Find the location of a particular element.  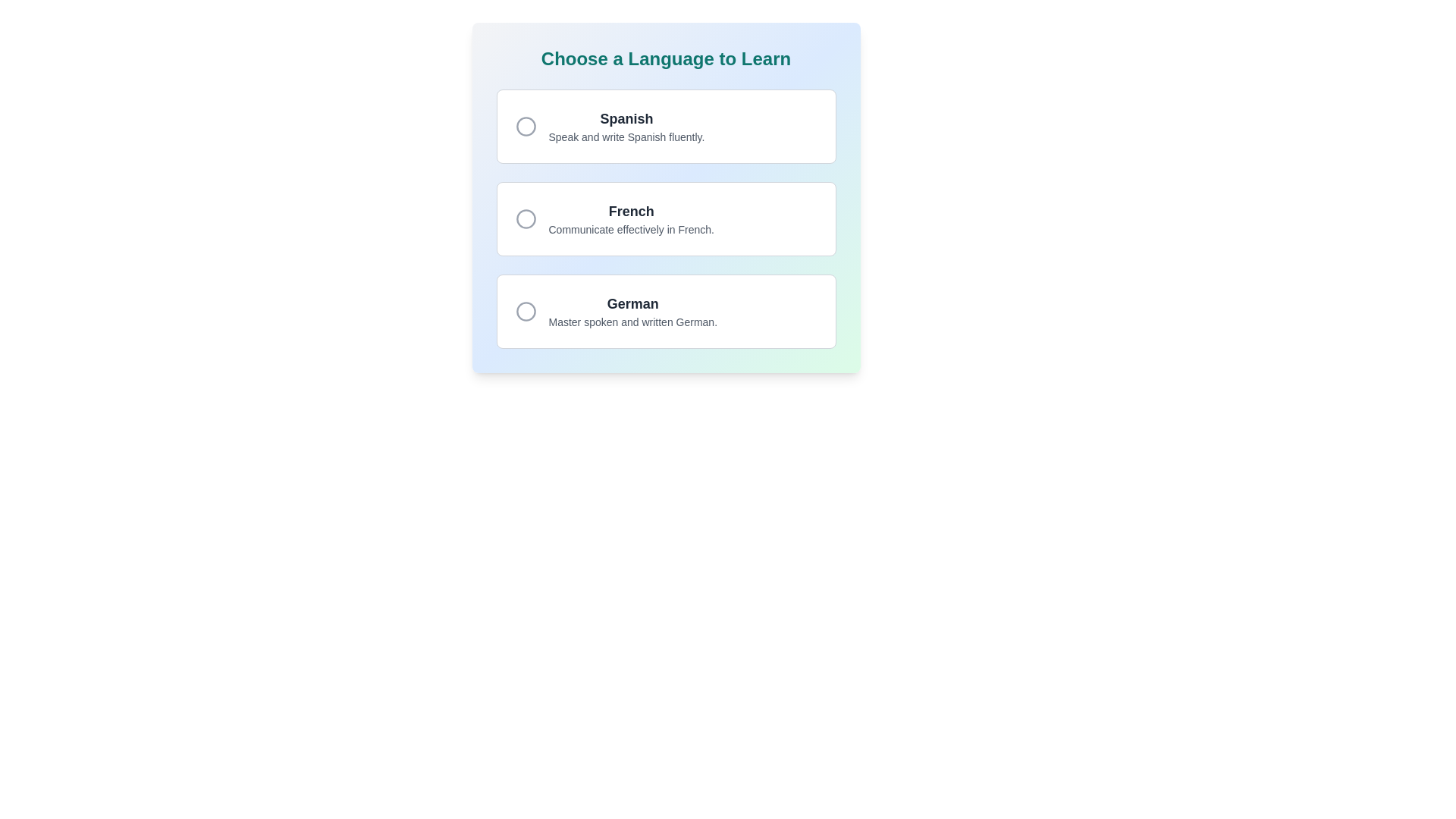

descriptive information text about the item 'French' located below the bold title within the selectable card is located at coordinates (631, 230).